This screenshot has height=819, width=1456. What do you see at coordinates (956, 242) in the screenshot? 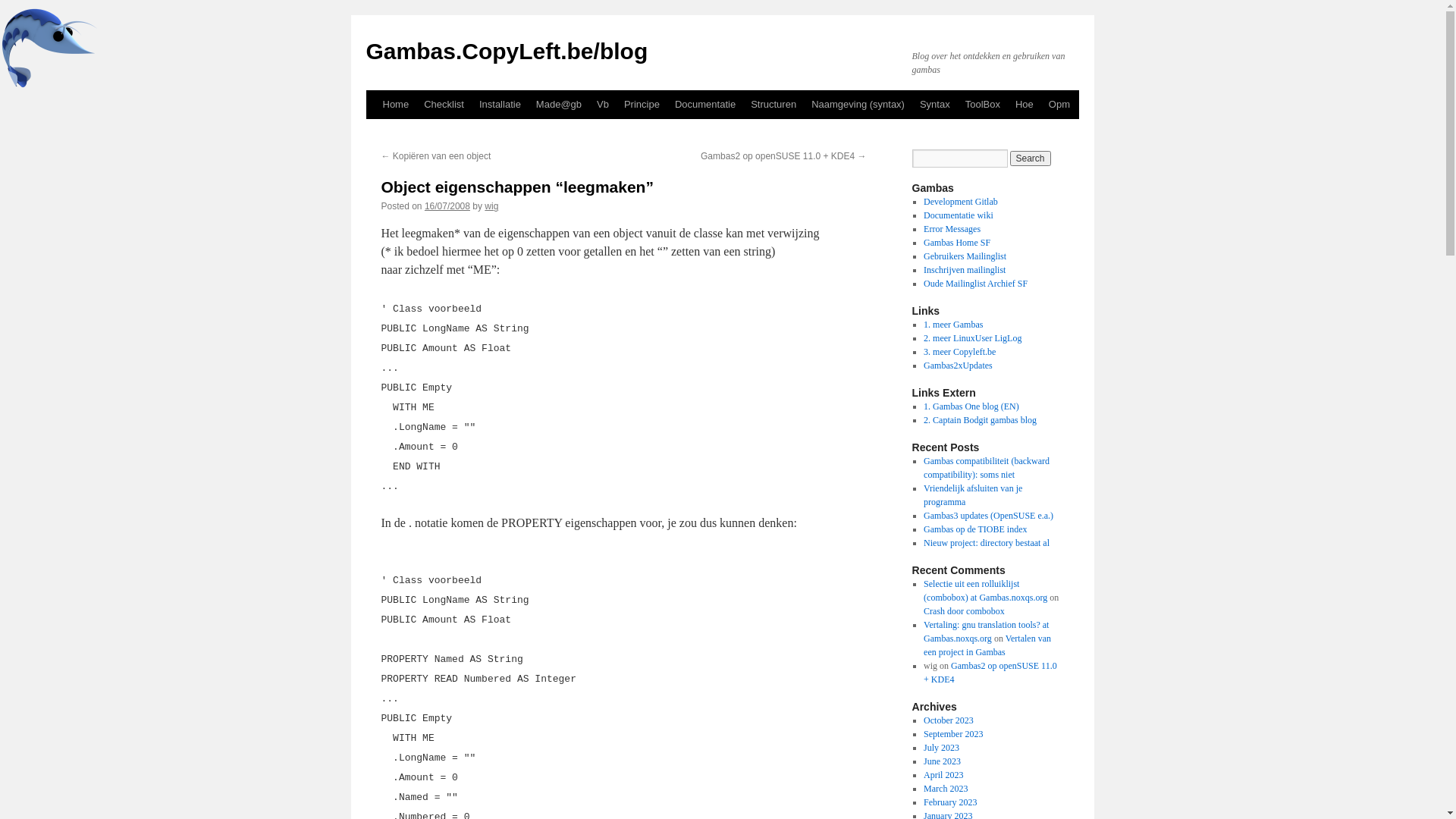
I see `'Gambas Home SF'` at bounding box center [956, 242].